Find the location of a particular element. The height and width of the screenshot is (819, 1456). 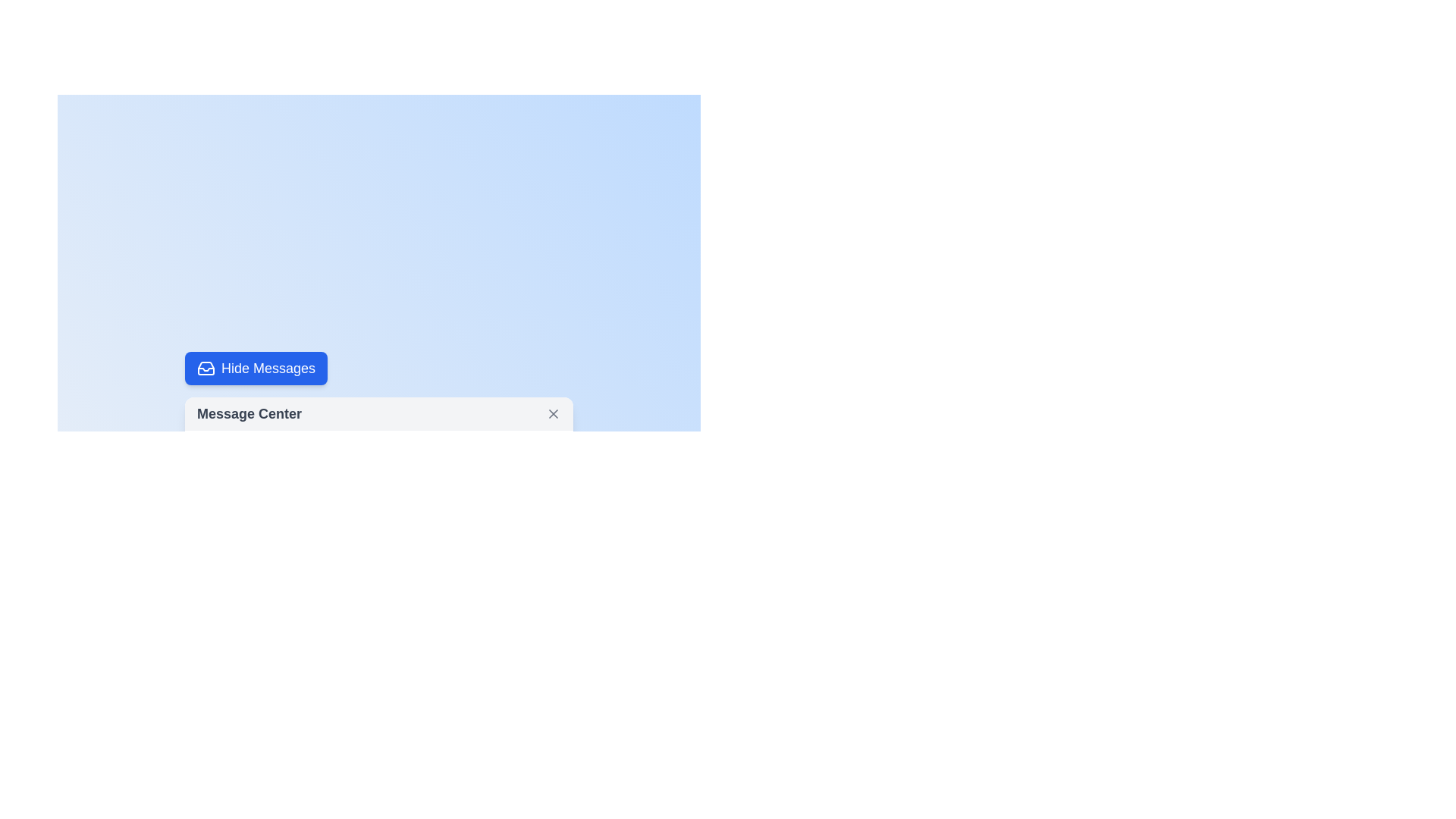

the decorative icon inside the 'Hide Messages' button, which is located to the left of the button text is located at coordinates (206, 369).